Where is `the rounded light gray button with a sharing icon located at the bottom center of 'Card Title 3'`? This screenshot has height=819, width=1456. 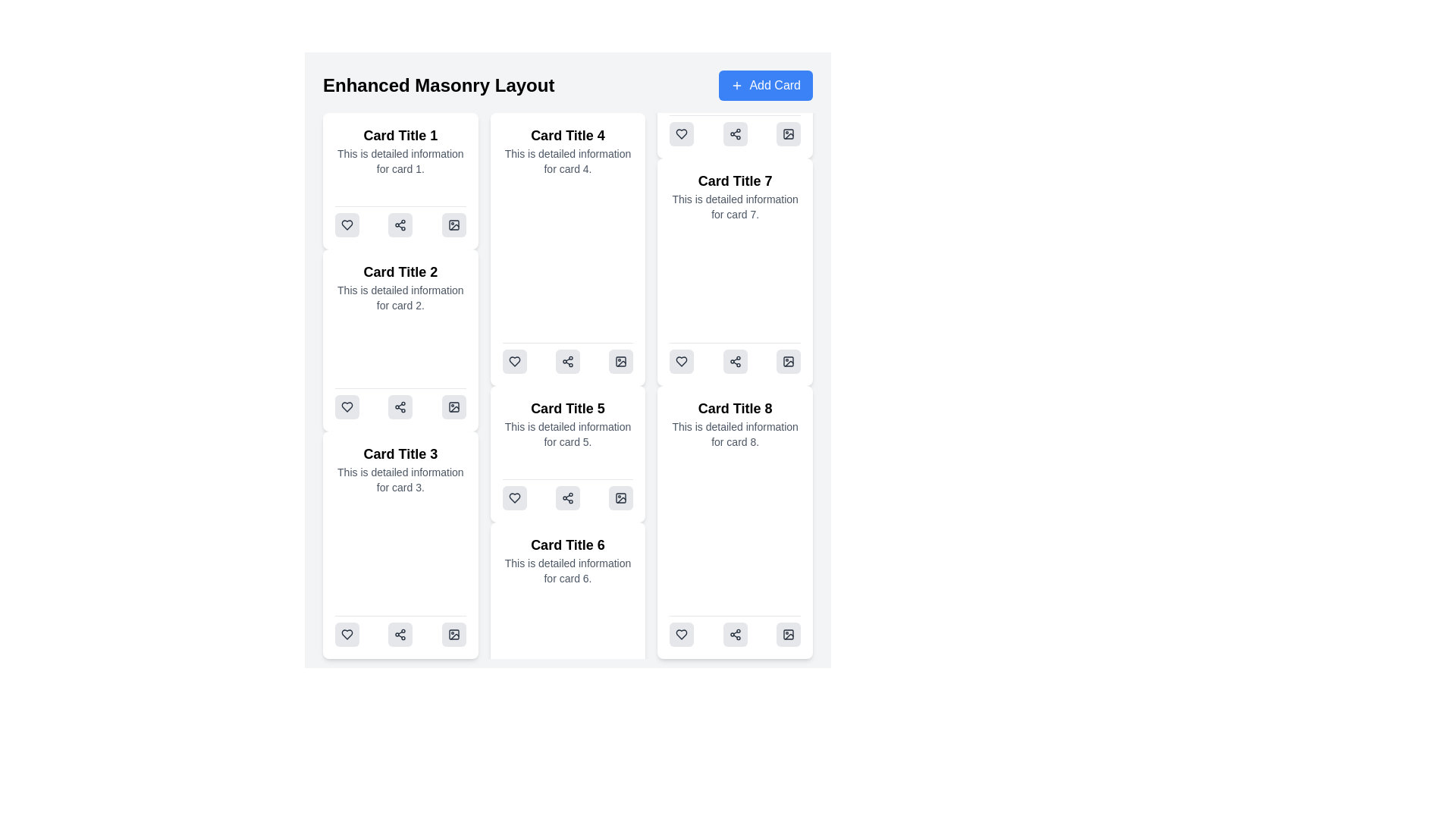 the rounded light gray button with a sharing icon located at the bottom center of 'Card Title 3' is located at coordinates (400, 635).